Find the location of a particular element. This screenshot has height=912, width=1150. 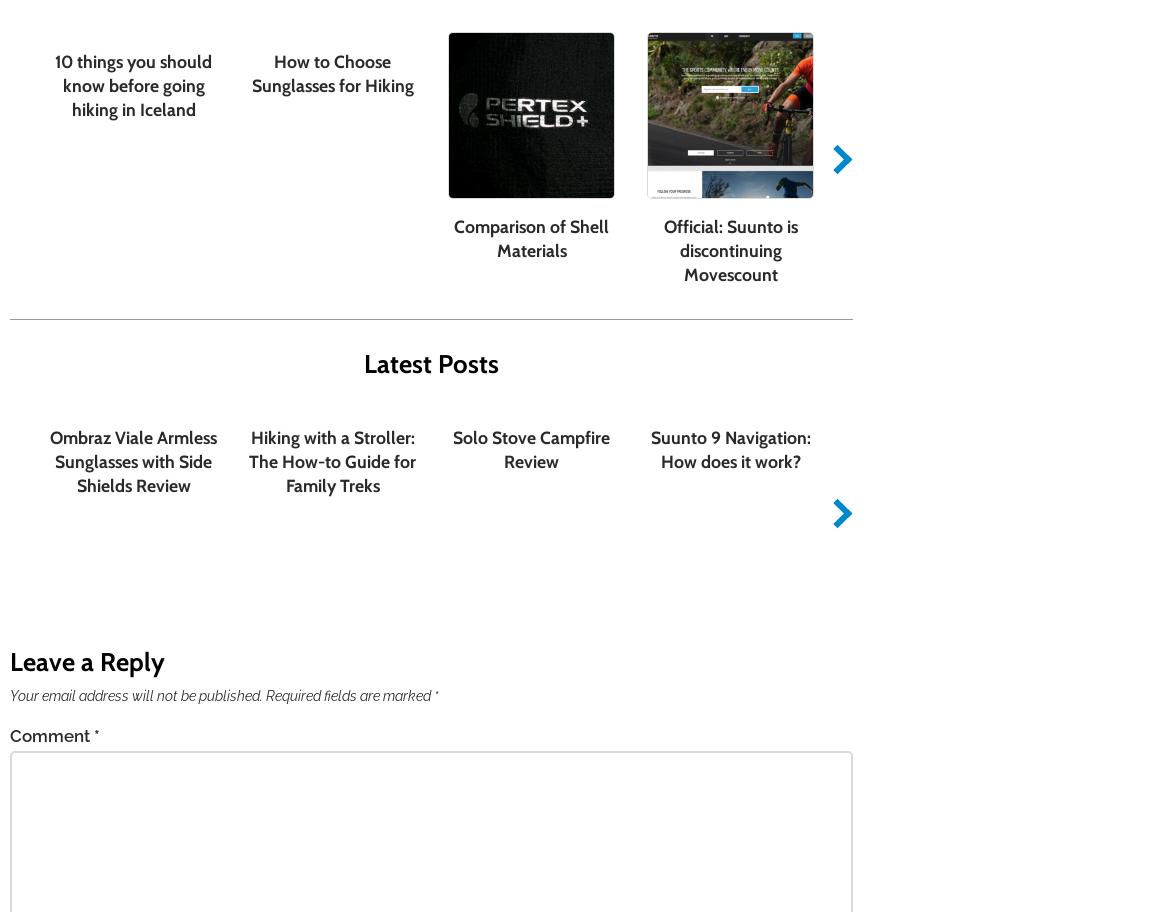

'Required fields are marked' is located at coordinates (349, 694).